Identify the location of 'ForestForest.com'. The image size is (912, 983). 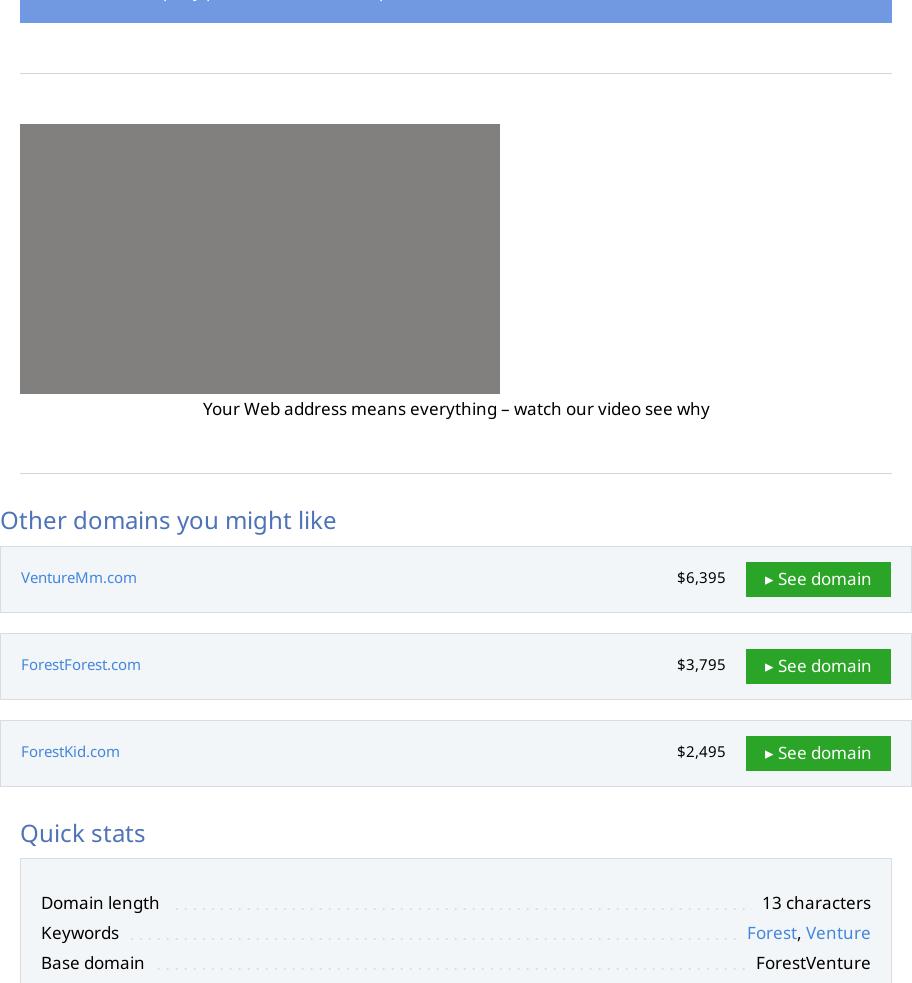
(80, 662).